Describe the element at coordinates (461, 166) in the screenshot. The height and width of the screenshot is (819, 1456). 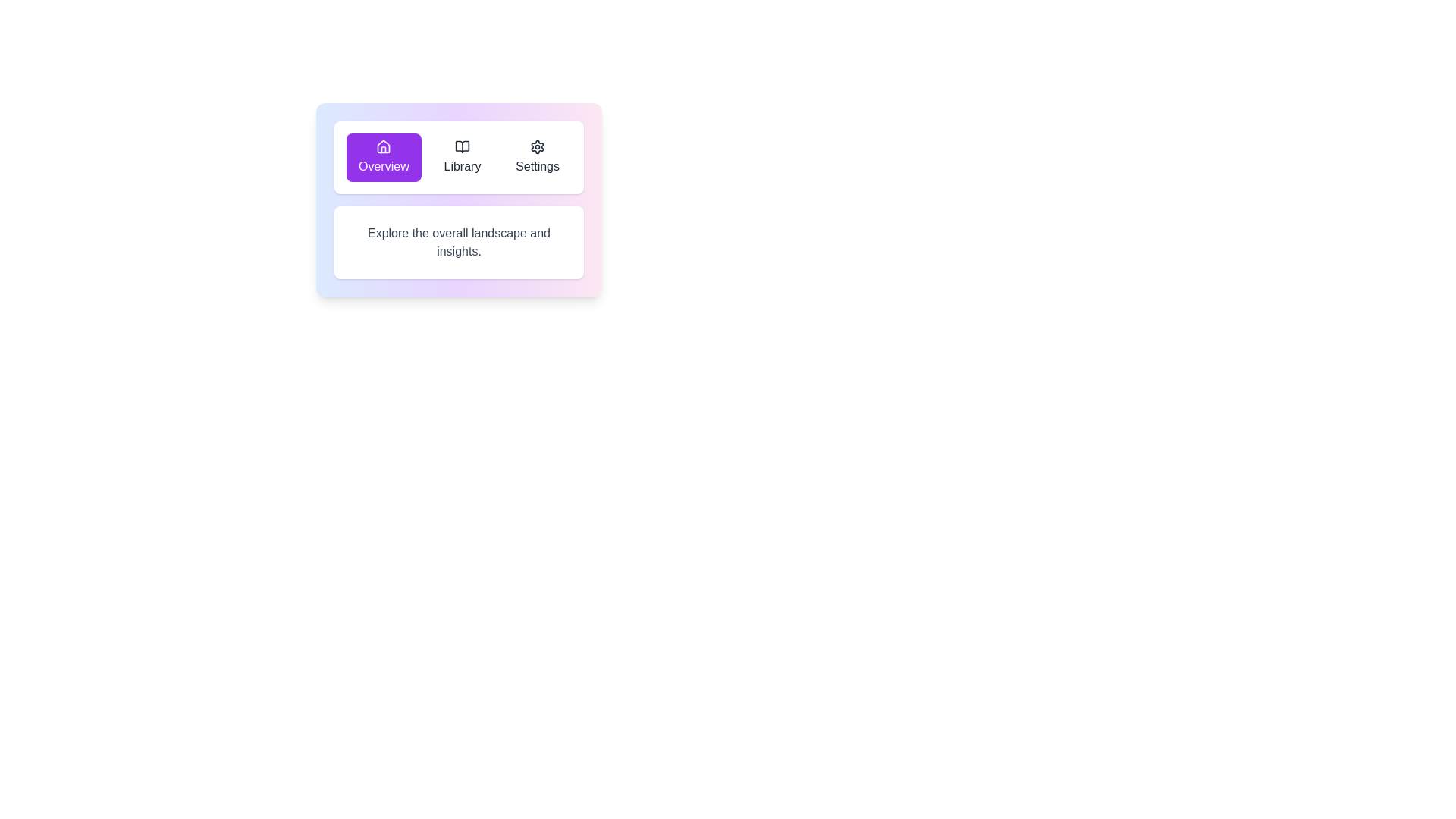
I see `the 'Library' text label which identifies the corresponding navigation option between 'Overview' and 'Settings'` at that location.